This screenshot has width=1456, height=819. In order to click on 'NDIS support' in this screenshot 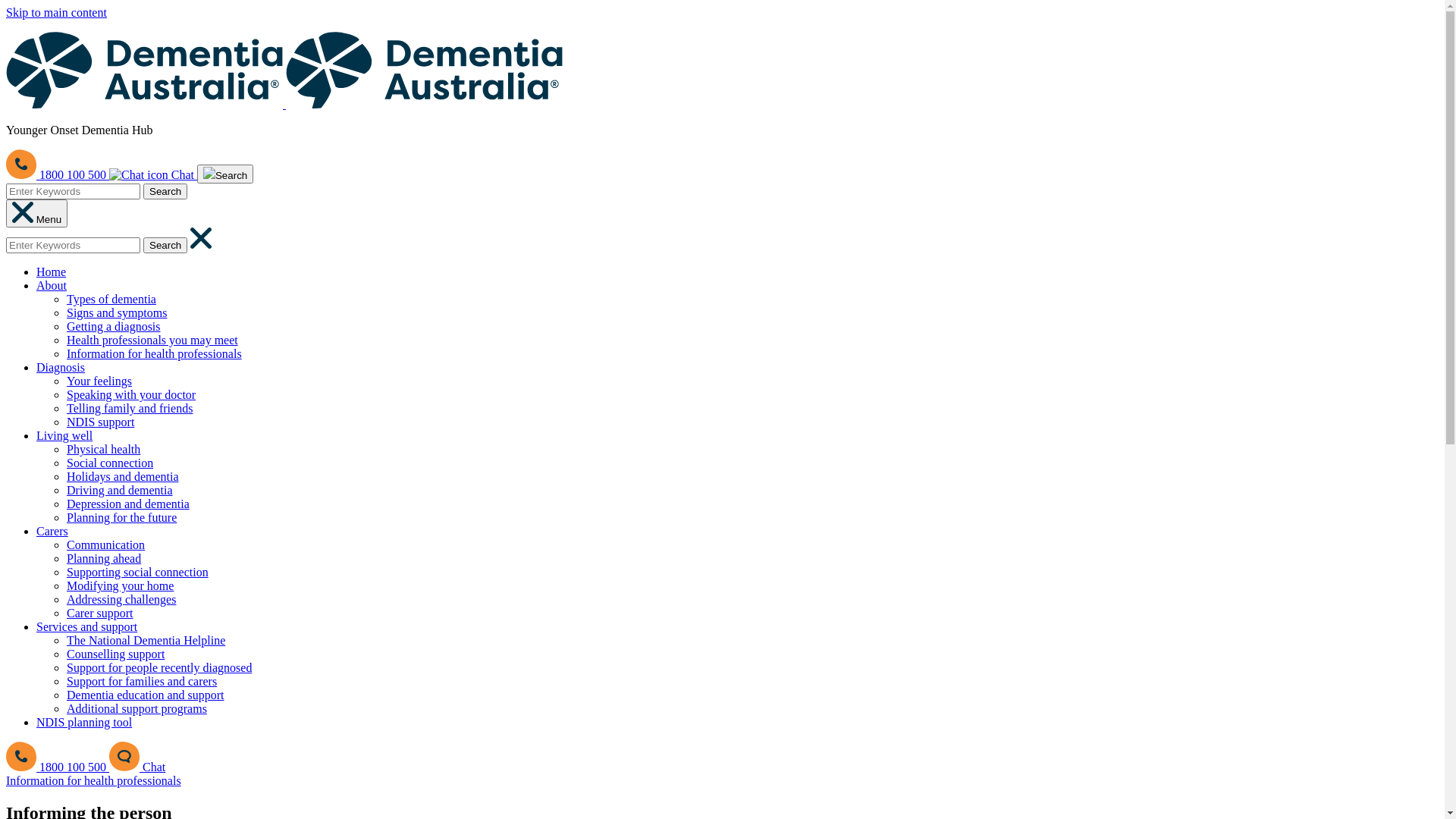, I will do `click(99, 422)`.